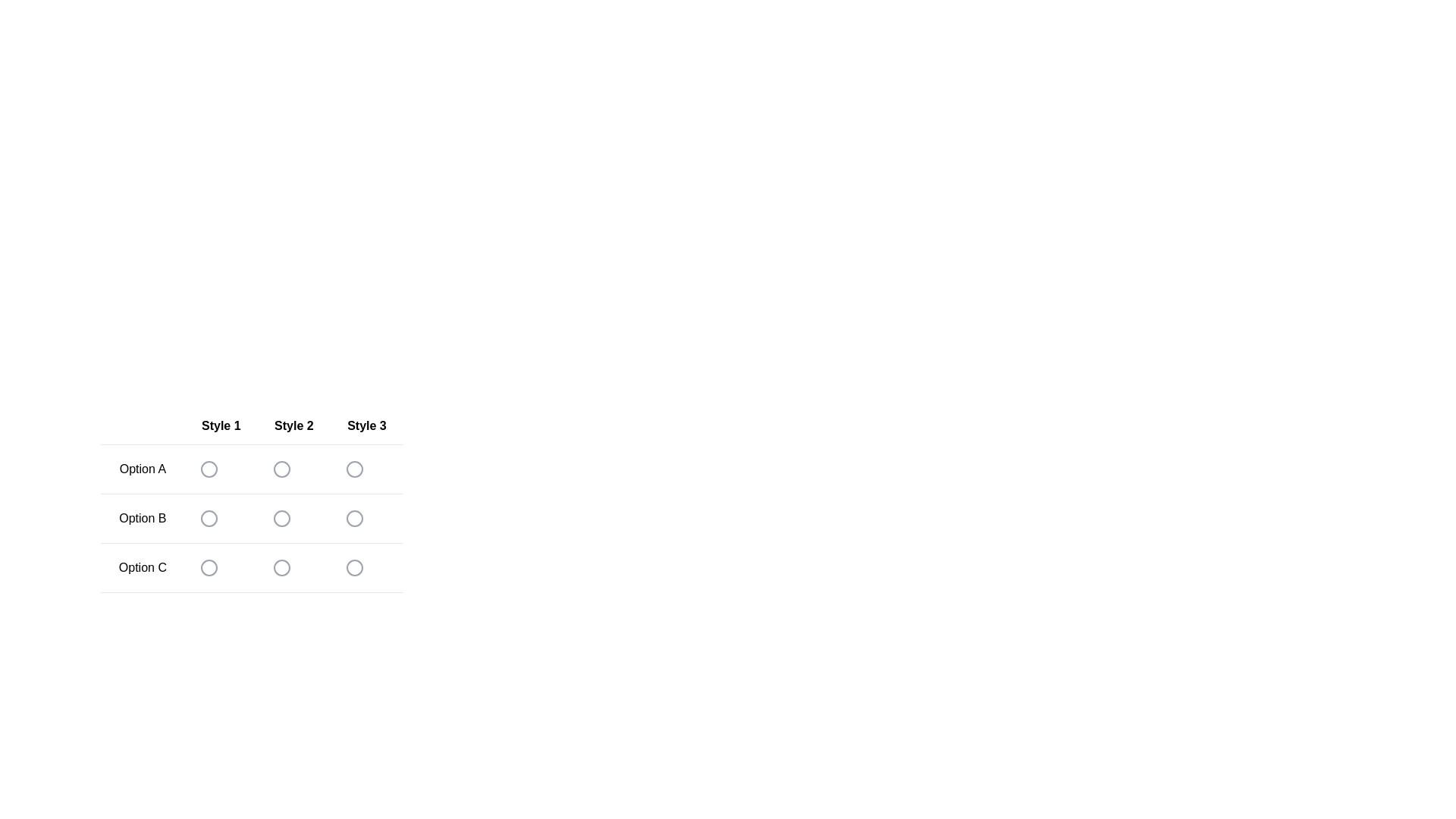 The image size is (1456, 819). What do you see at coordinates (281, 517) in the screenshot?
I see `the radio button labeled 'Option B' under the header 'Style 2'` at bounding box center [281, 517].